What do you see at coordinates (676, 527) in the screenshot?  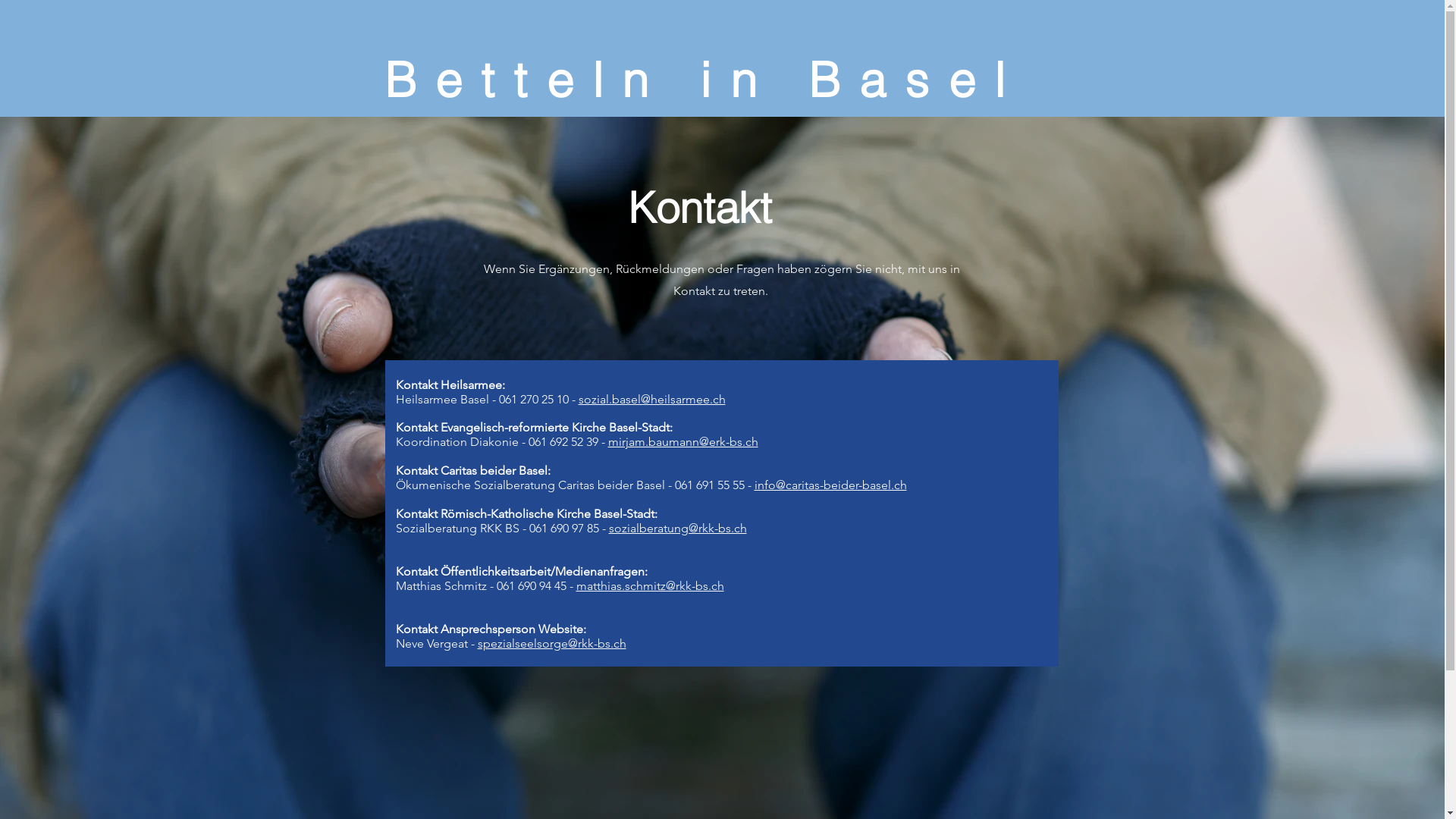 I see `'sozialberatung@rkk-bs.ch'` at bounding box center [676, 527].